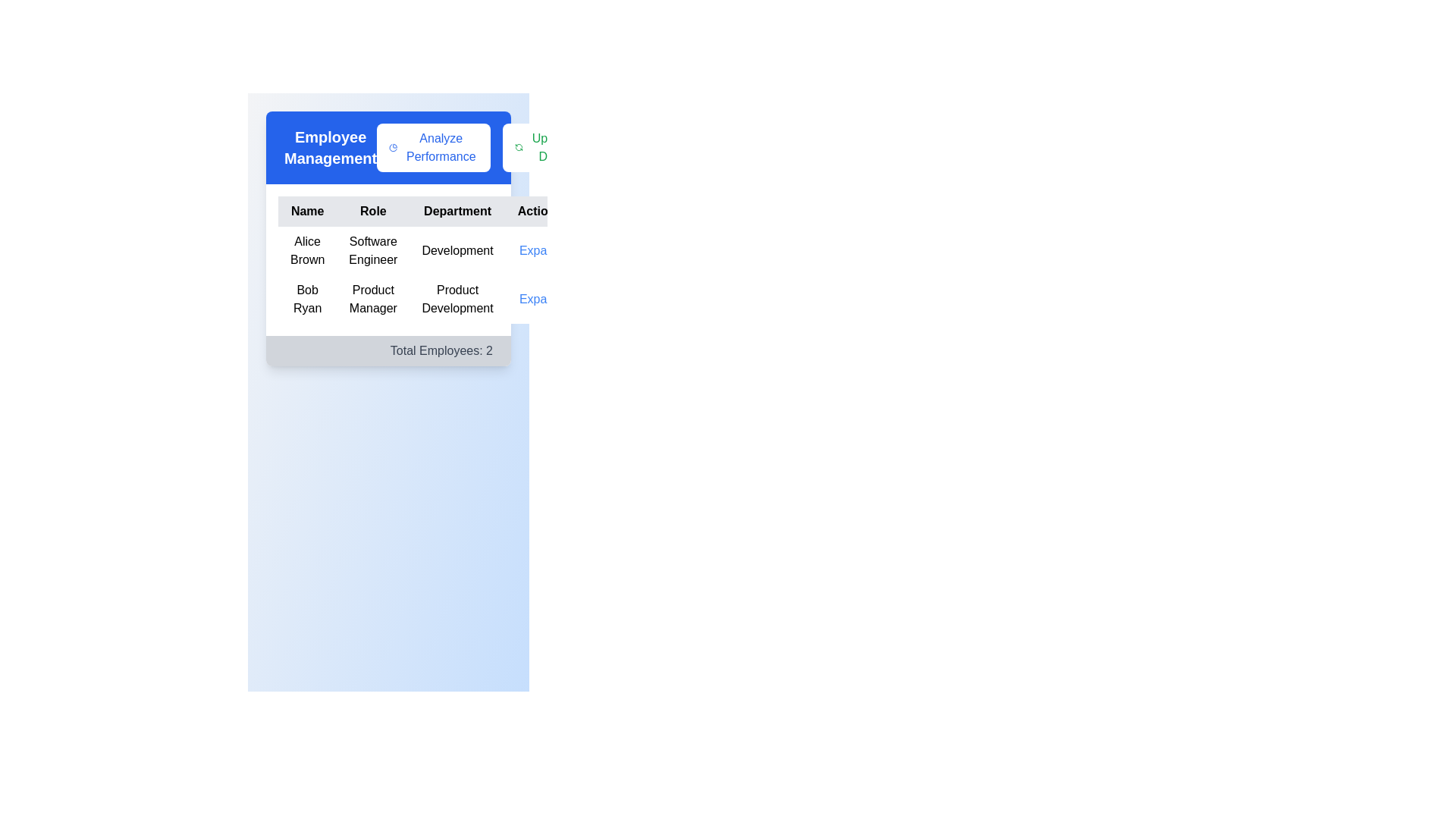  I want to click on the static text label that serves as the column header for employee names, located at the upper-left side of the table, so click(306, 211).